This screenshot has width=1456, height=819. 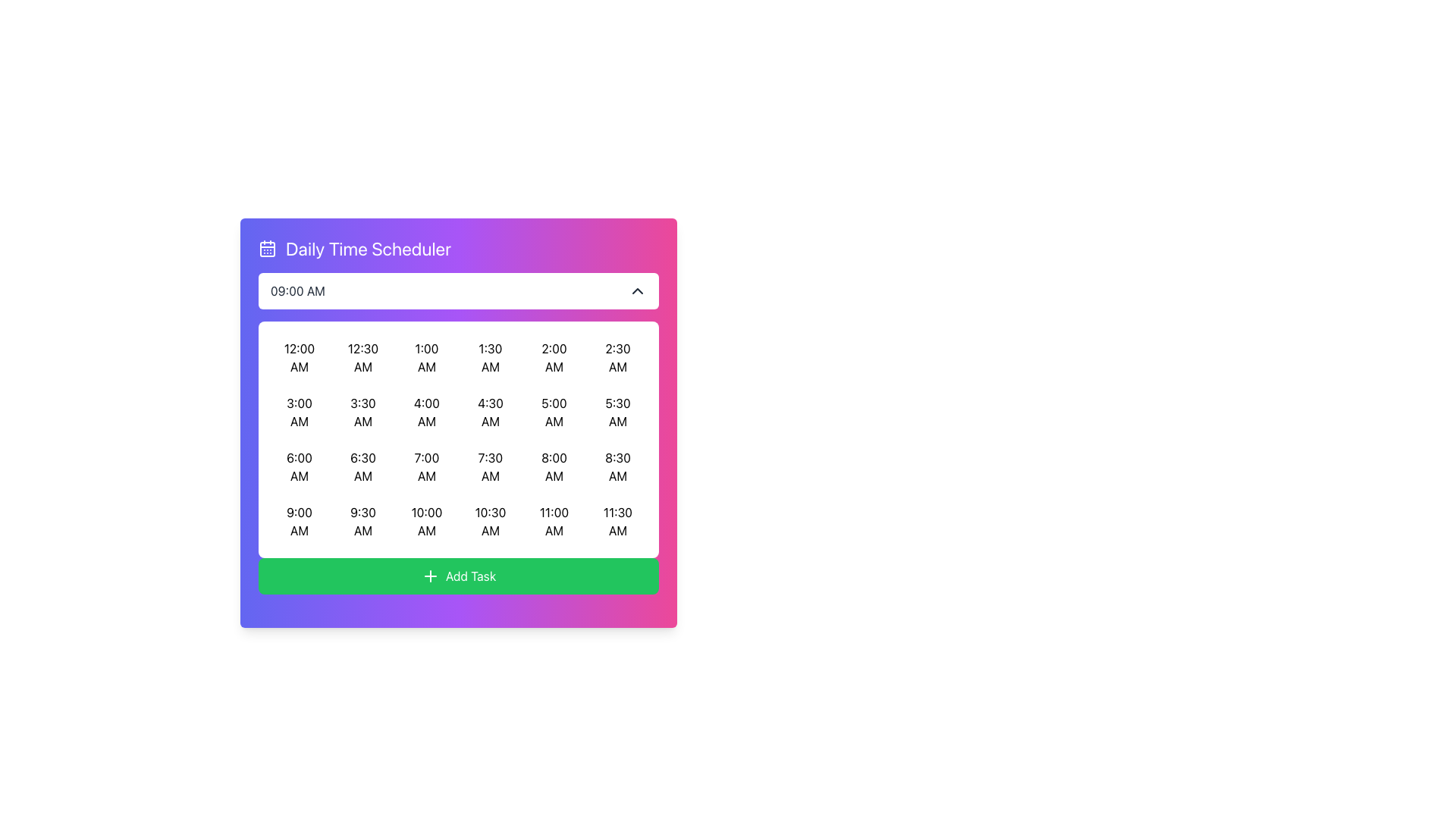 I want to click on the selectable time slot button located in the fourth row and third column of the scheduling interface, so click(x=425, y=520).